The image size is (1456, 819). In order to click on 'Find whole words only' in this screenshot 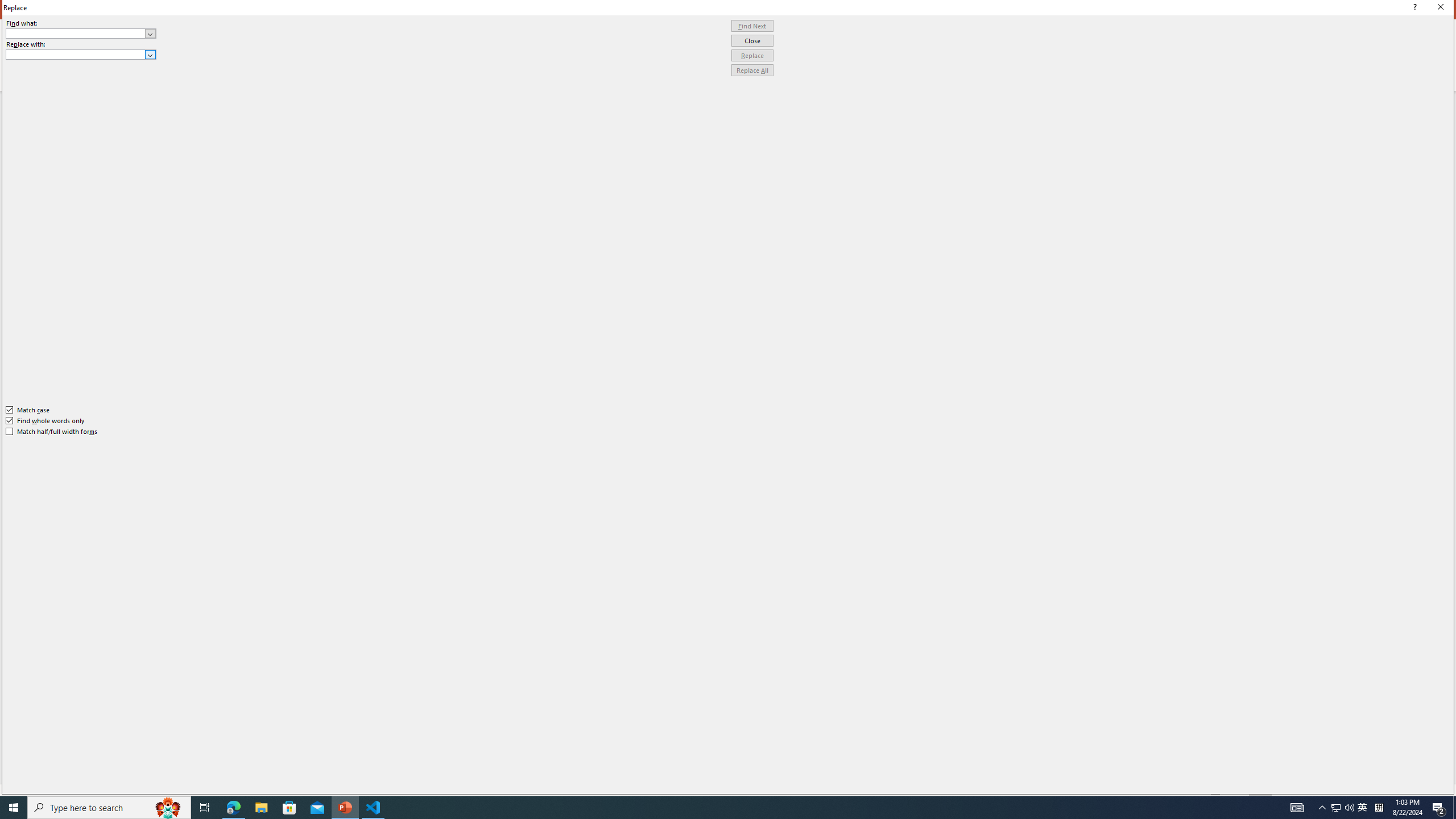, I will do `click(45, 420)`.